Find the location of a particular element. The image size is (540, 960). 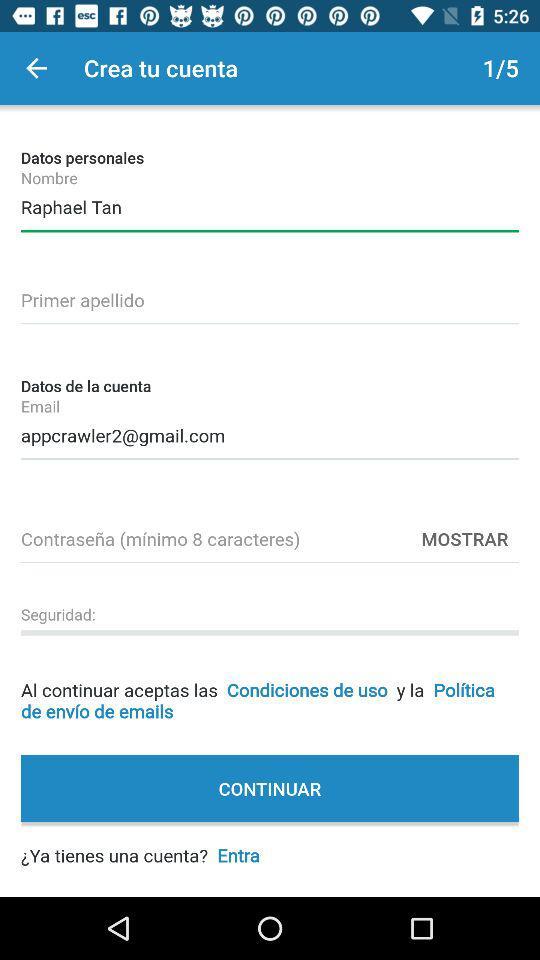

last name is located at coordinates (270, 296).